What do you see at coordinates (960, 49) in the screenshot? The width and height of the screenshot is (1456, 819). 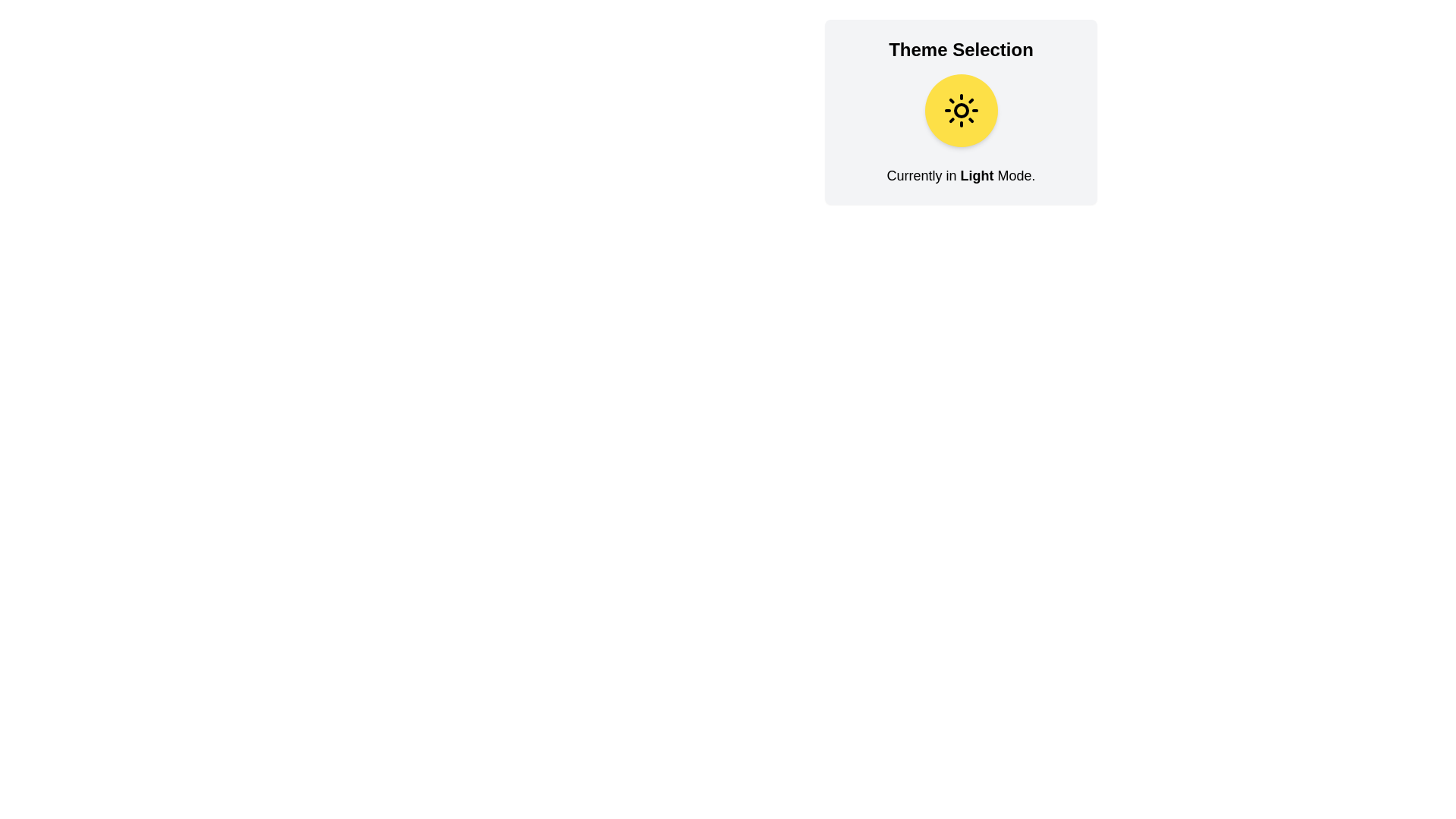 I see `the Heading or Title Text, which serves as the title for the 'Theme Selection' section, located above a yellow circular icon with a sun symbol` at bounding box center [960, 49].